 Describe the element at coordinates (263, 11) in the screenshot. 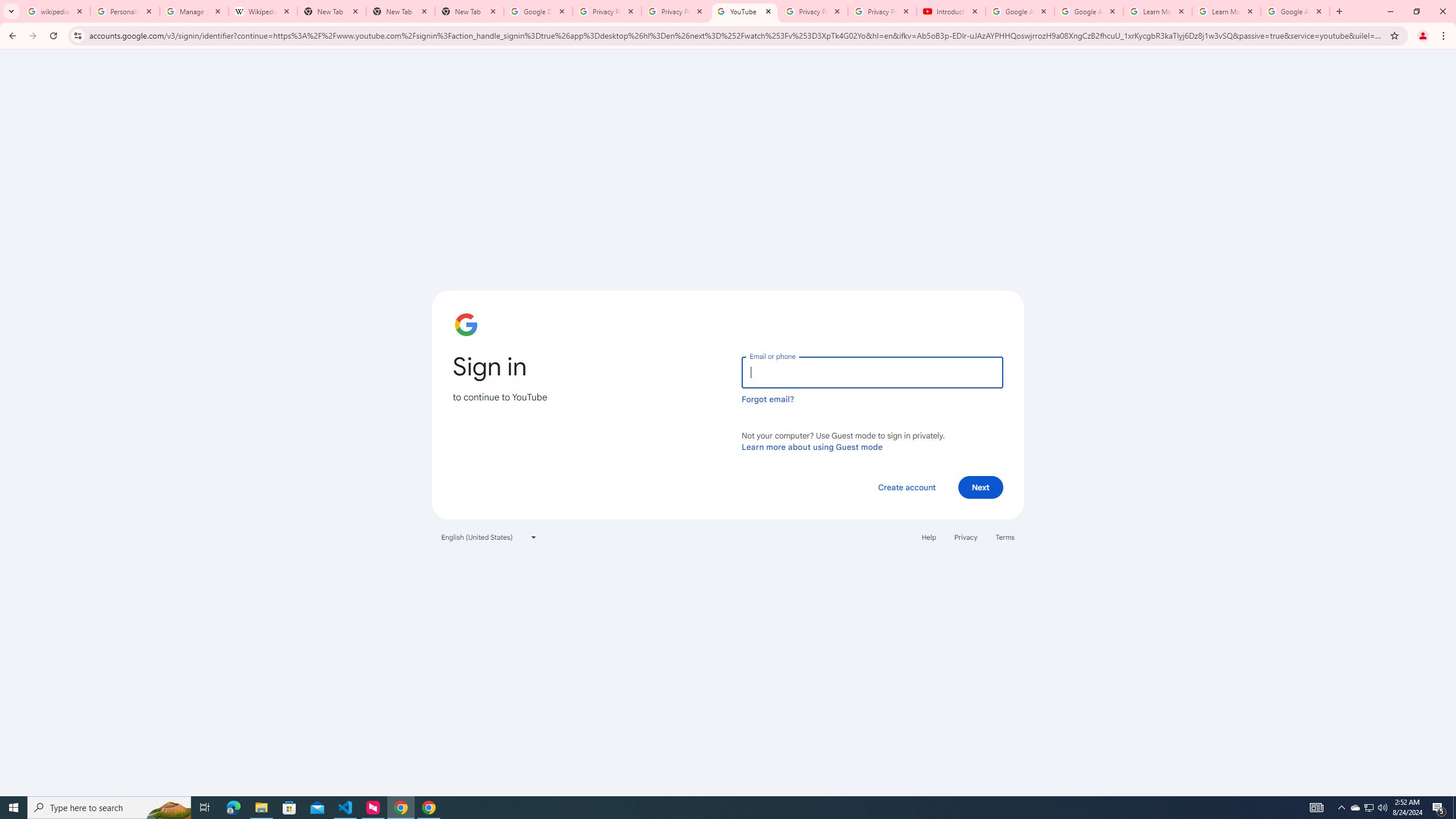

I see `'Wikipedia:Edit requests - Wikipedia'` at that location.